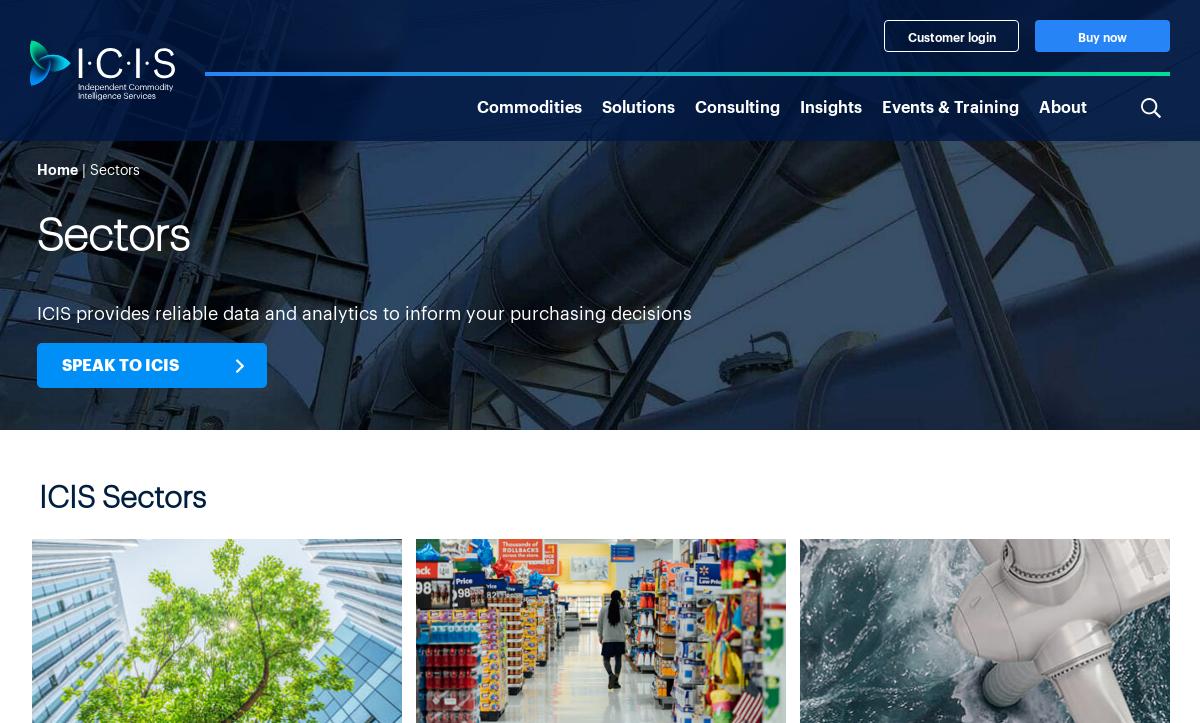 The height and width of the screenshot is (723, 1200). I want to click on 'ICIS Sectors', so click(39, 494).